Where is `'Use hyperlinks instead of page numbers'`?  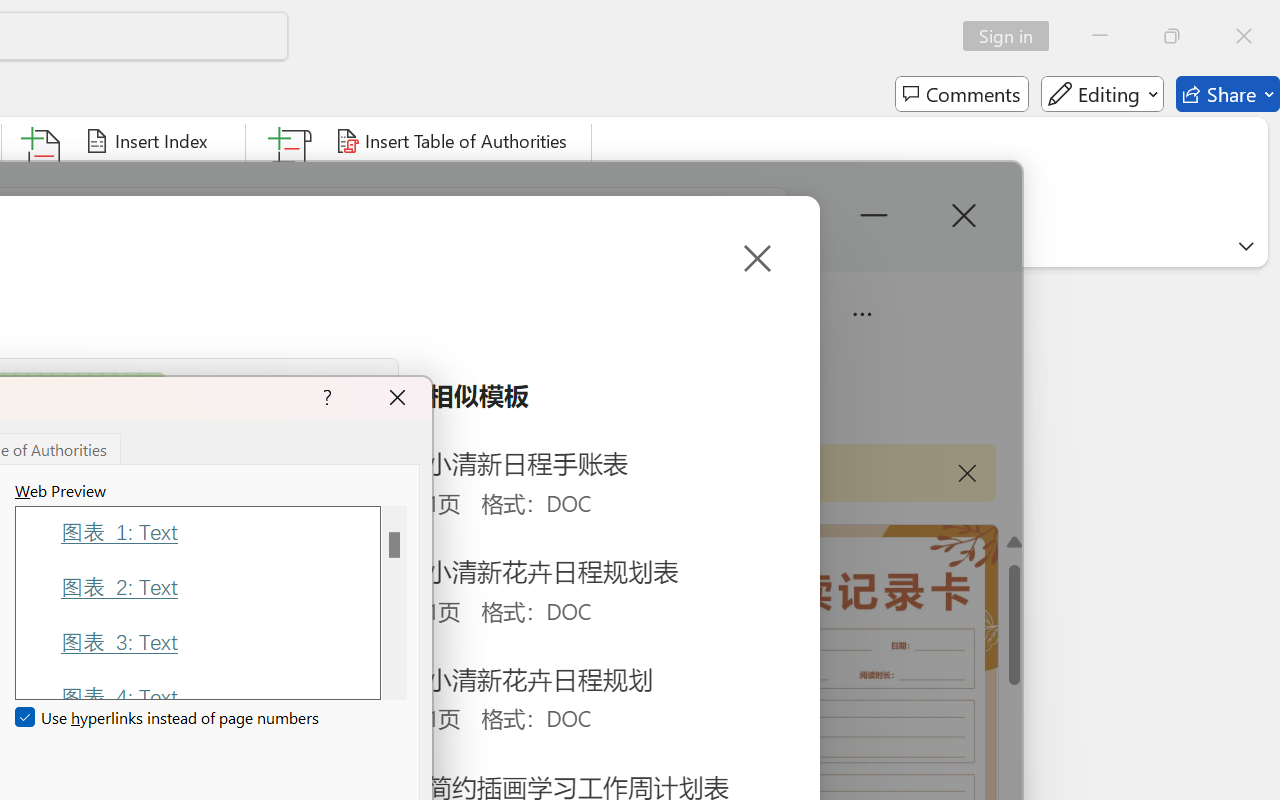 'Use hyperlinks instead of page numbers' is located at coordinates (168, 717).